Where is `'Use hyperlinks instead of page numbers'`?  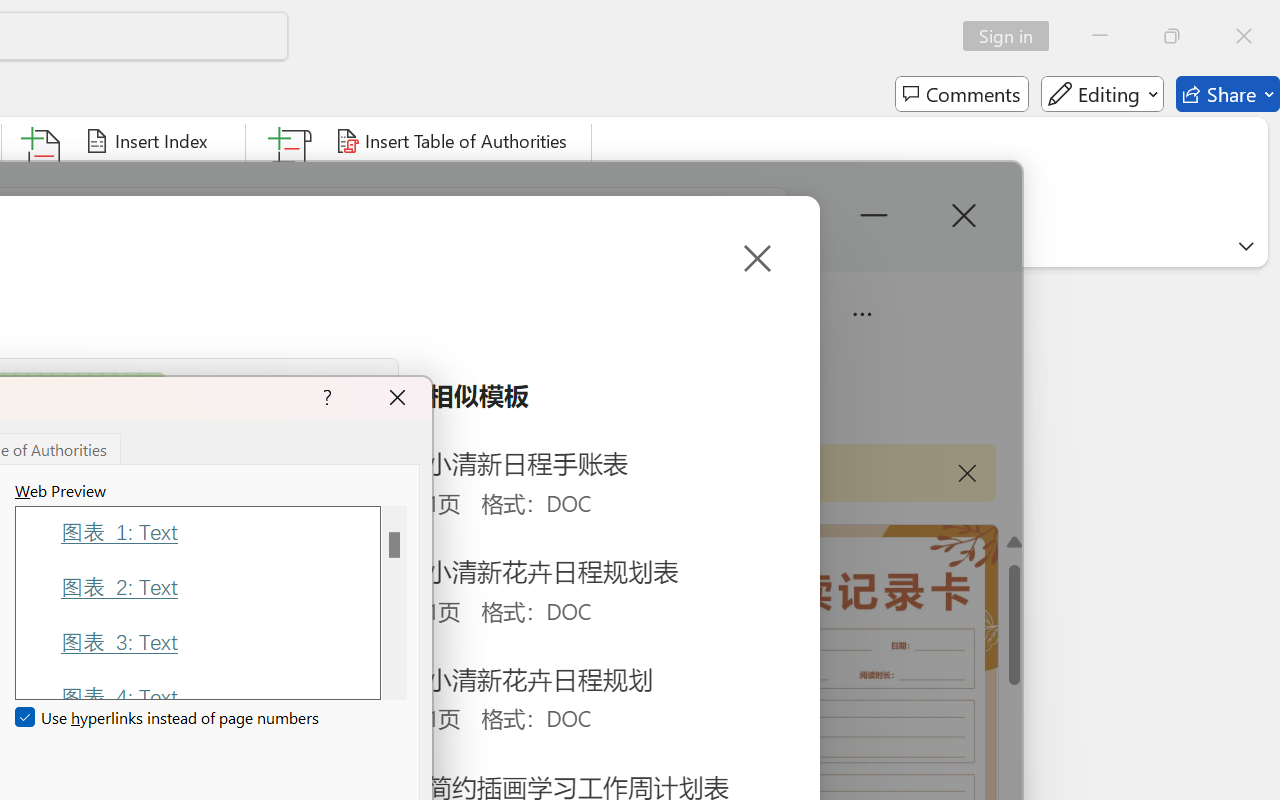 'Use hyperlinks instead of page numbers' is located at coordinates (168, 717).